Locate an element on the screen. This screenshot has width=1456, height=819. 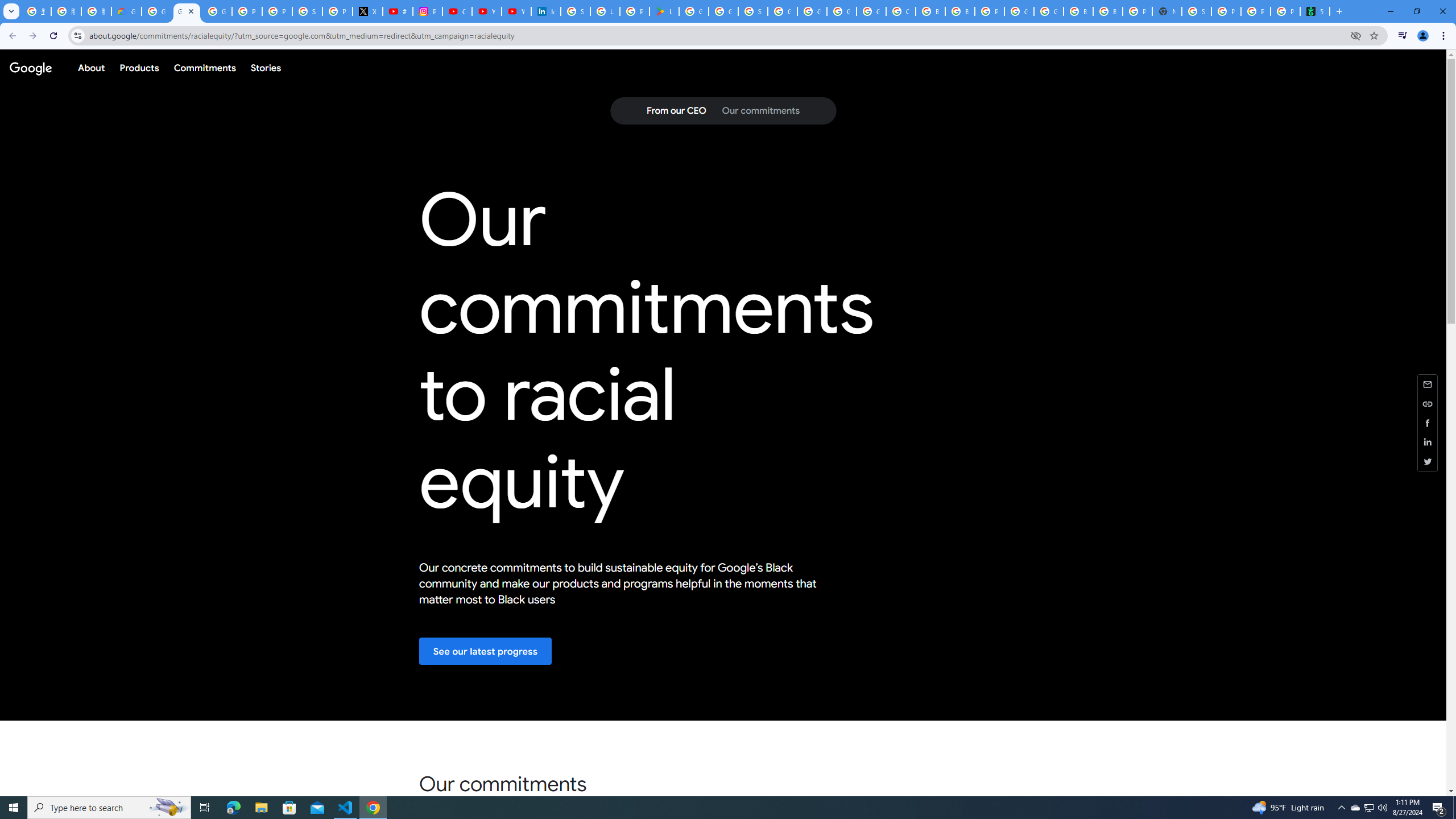
'Control your music, videos, and more' is located at coordinates (1403, 35).